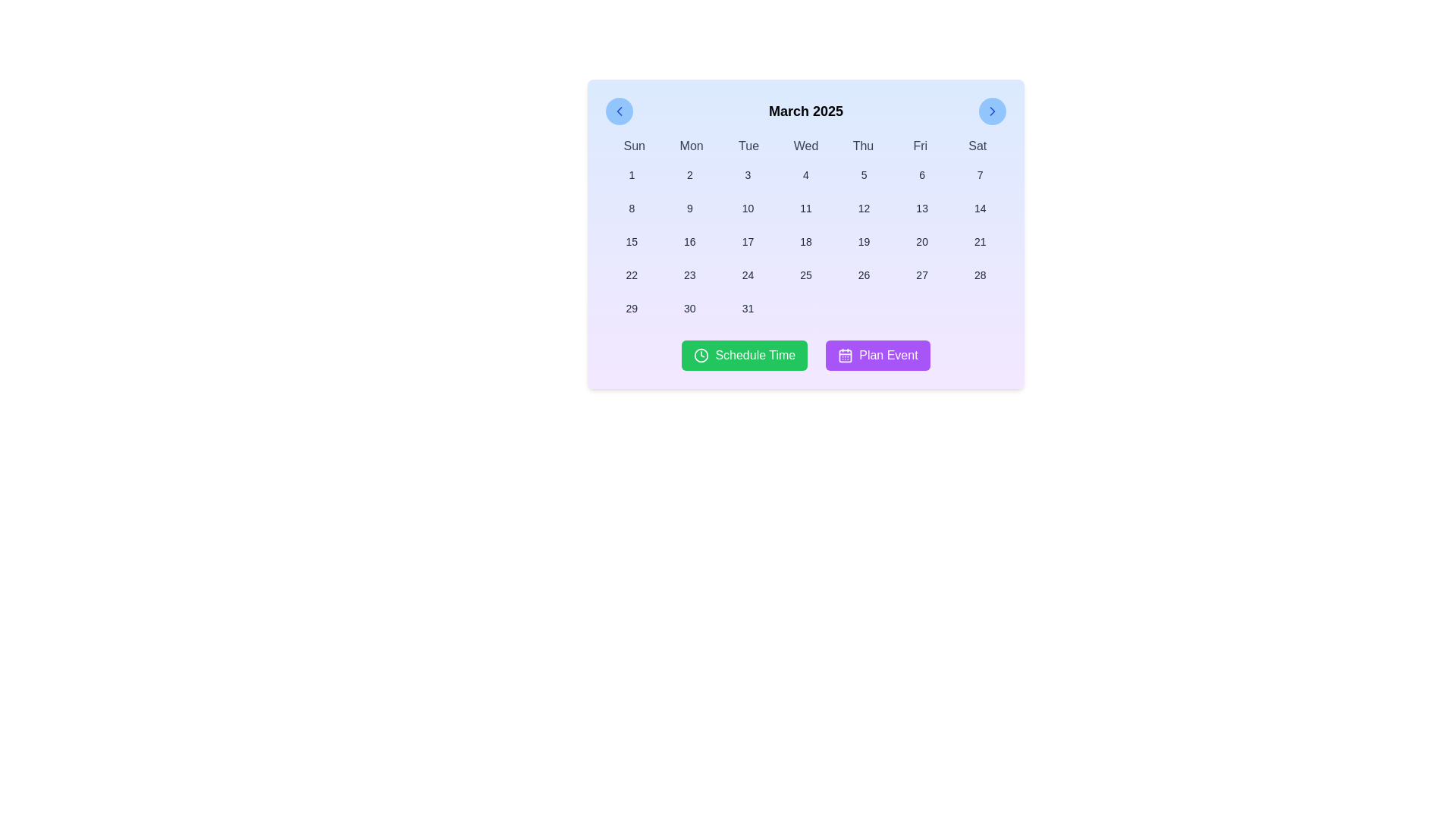  Describe the element at coordinates (864, 241) in the screenshot. I see `the button representing the date 19th in the March 2025 calendar` at that location.